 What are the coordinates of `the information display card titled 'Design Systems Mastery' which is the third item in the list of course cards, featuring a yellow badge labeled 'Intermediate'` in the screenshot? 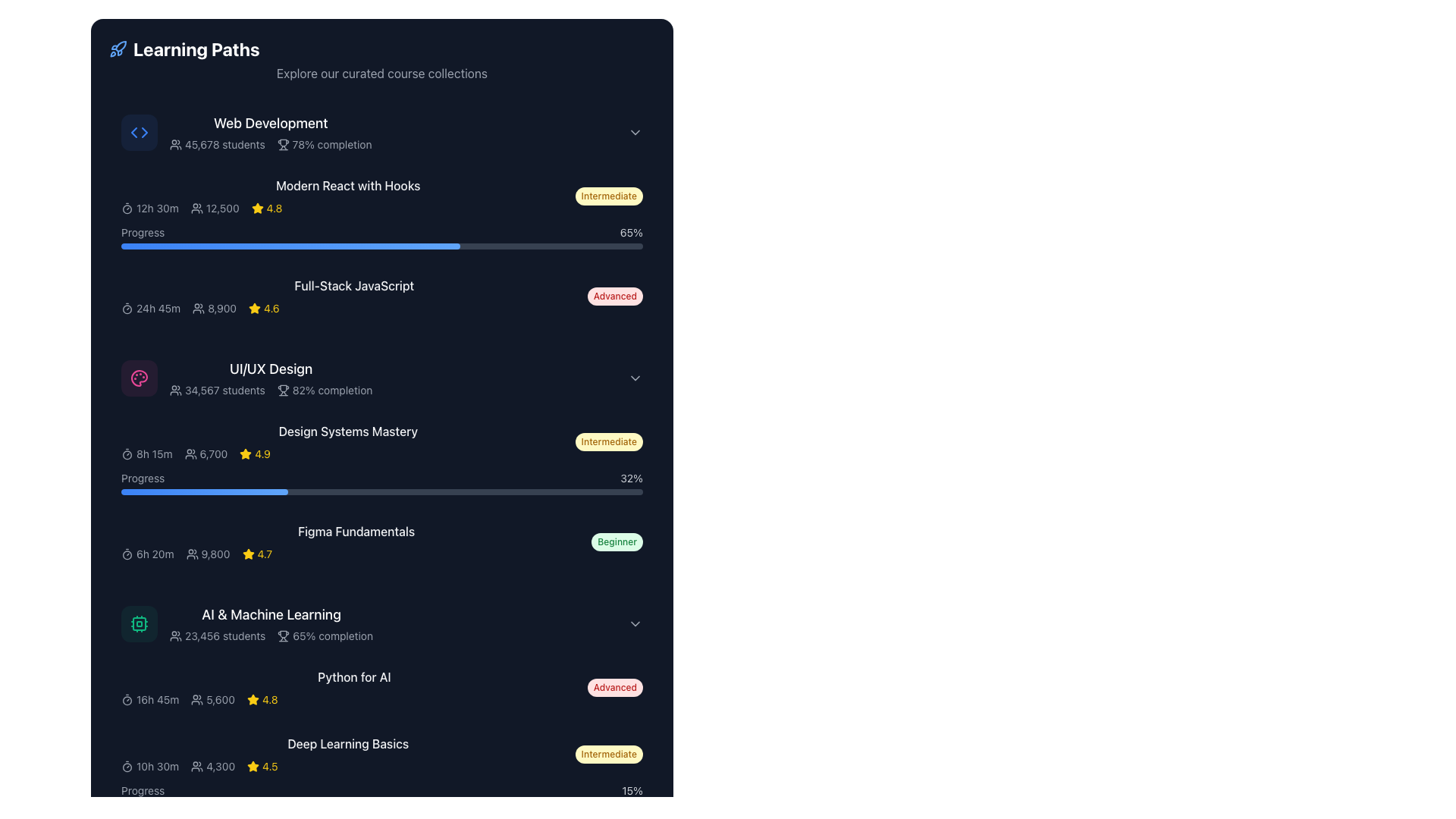 It's located at (382, 441).